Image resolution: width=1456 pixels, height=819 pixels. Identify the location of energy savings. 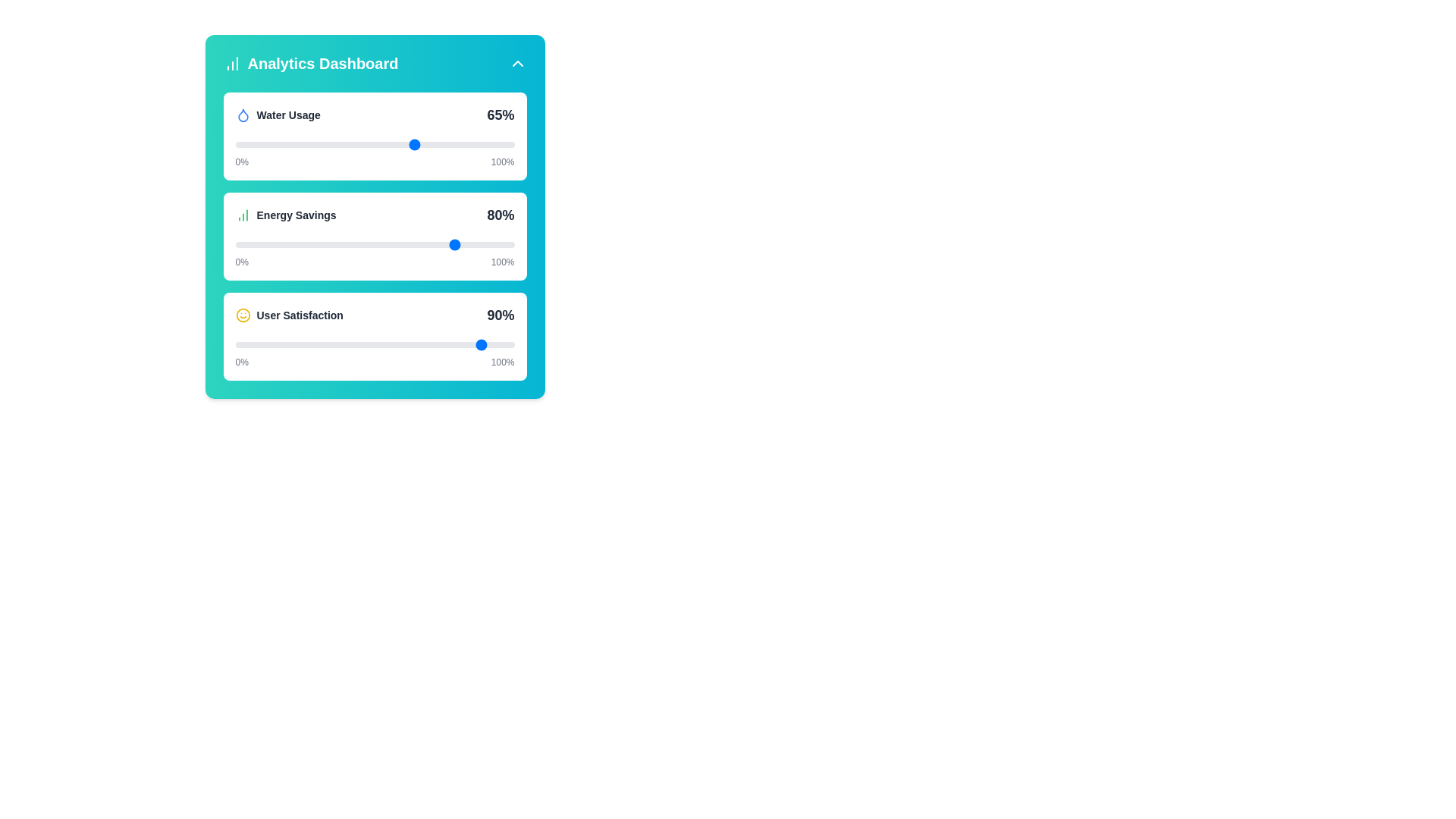
(416, 244).